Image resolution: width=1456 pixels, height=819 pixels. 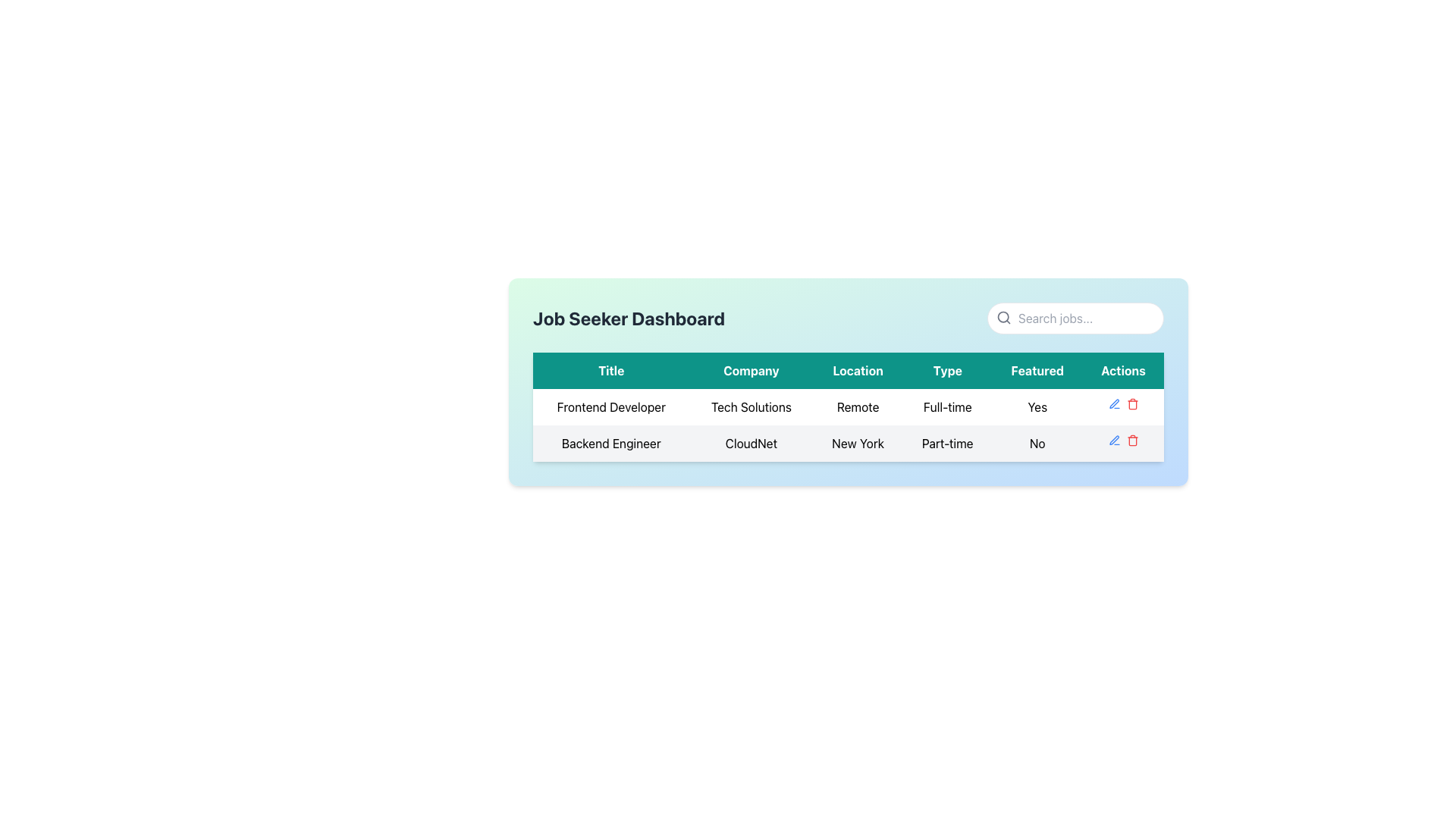 I want to click on the 'Company' table header element, so click(x=751, y=371).